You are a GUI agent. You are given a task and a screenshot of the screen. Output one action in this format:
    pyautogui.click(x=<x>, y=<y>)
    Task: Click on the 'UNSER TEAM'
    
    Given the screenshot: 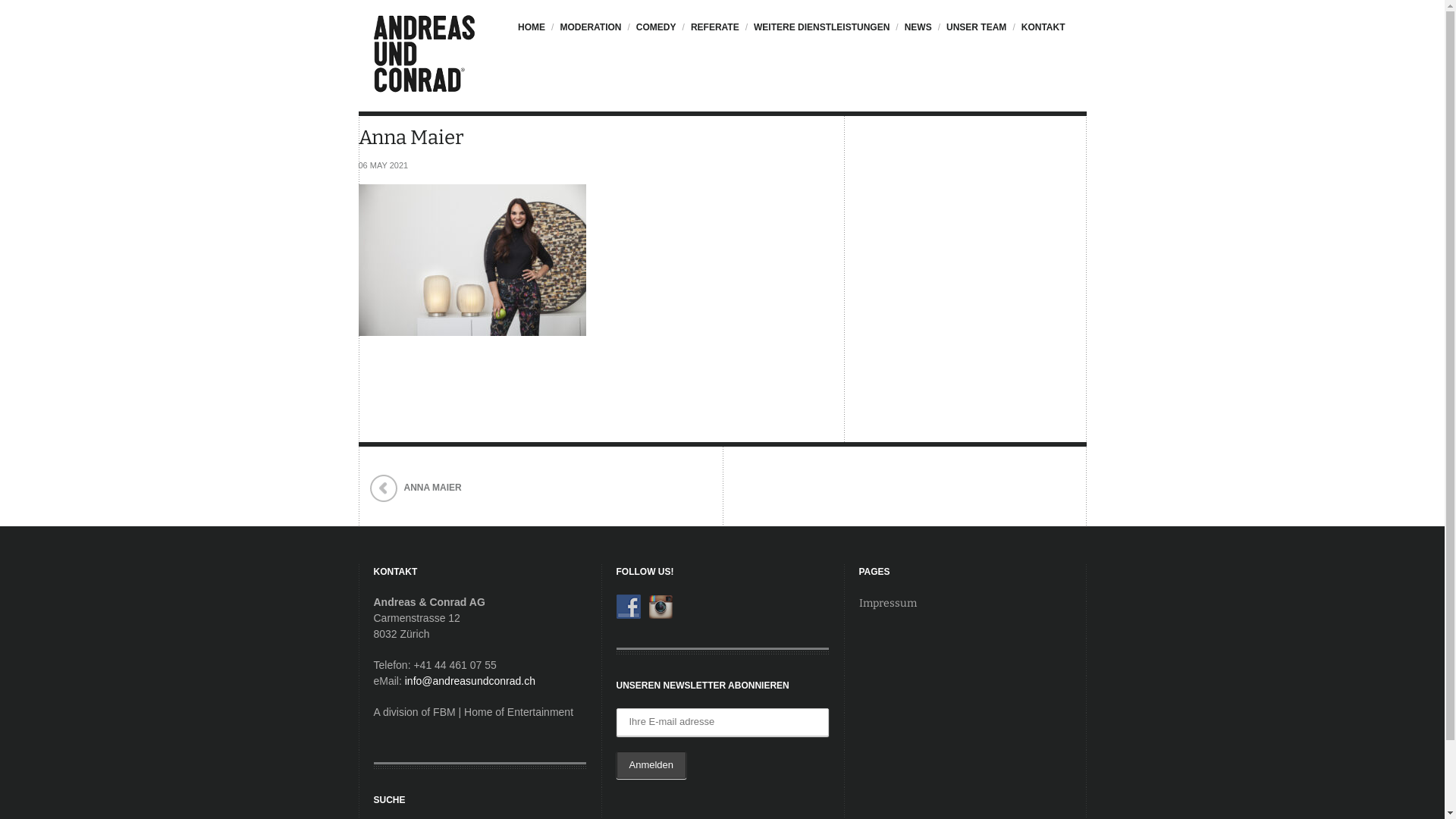 What is the action you would take?
    pyautogui.click(x=975, y=34)
    